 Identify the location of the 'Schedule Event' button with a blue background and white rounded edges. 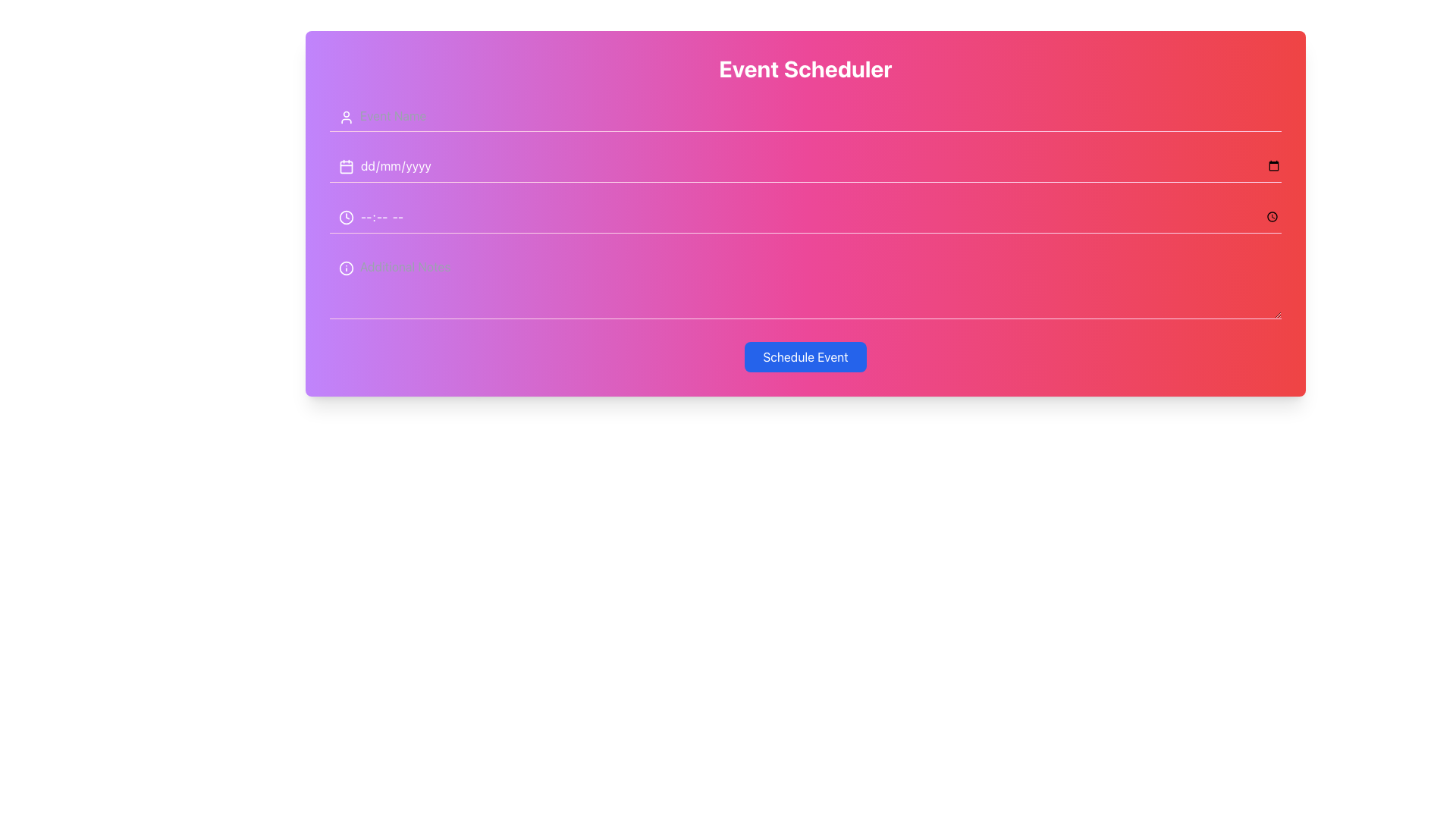
(805, 356).